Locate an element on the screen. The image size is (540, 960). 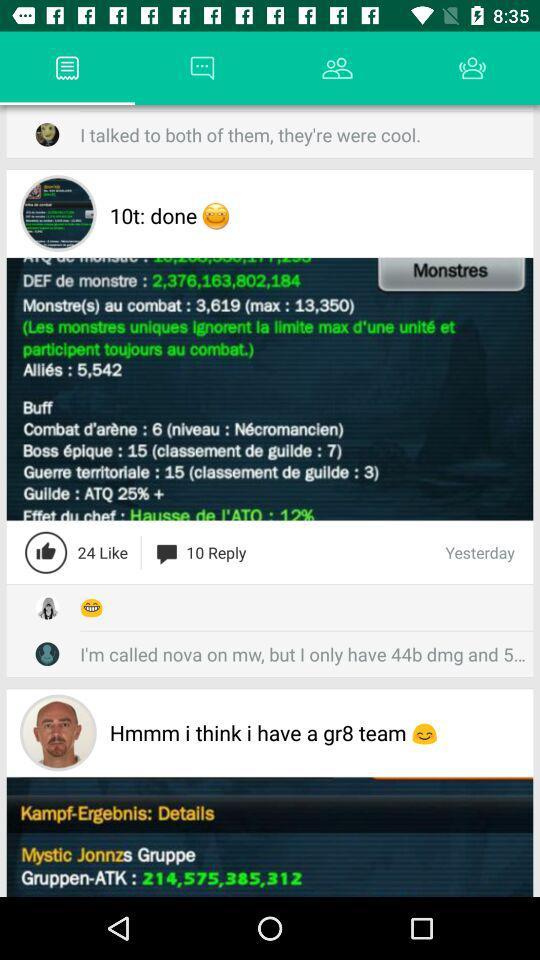
like this is located at coordinates (46, 552).